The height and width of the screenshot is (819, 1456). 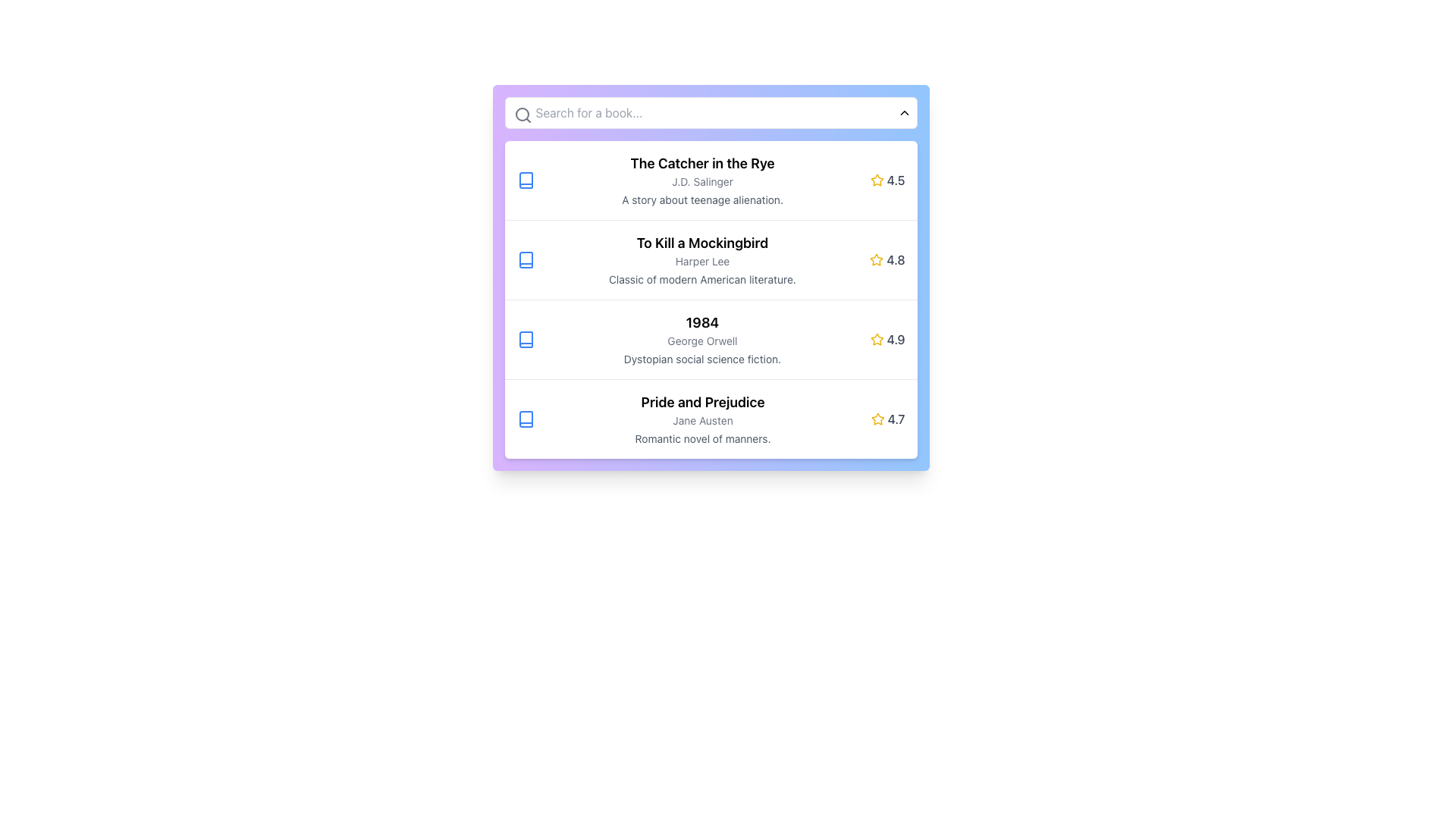 I want to click on the text label displaying the author's name for the book 'To Kill a Mockingbird', which is positioned below the title and above the descriptive text, so click(x=701, y=260).